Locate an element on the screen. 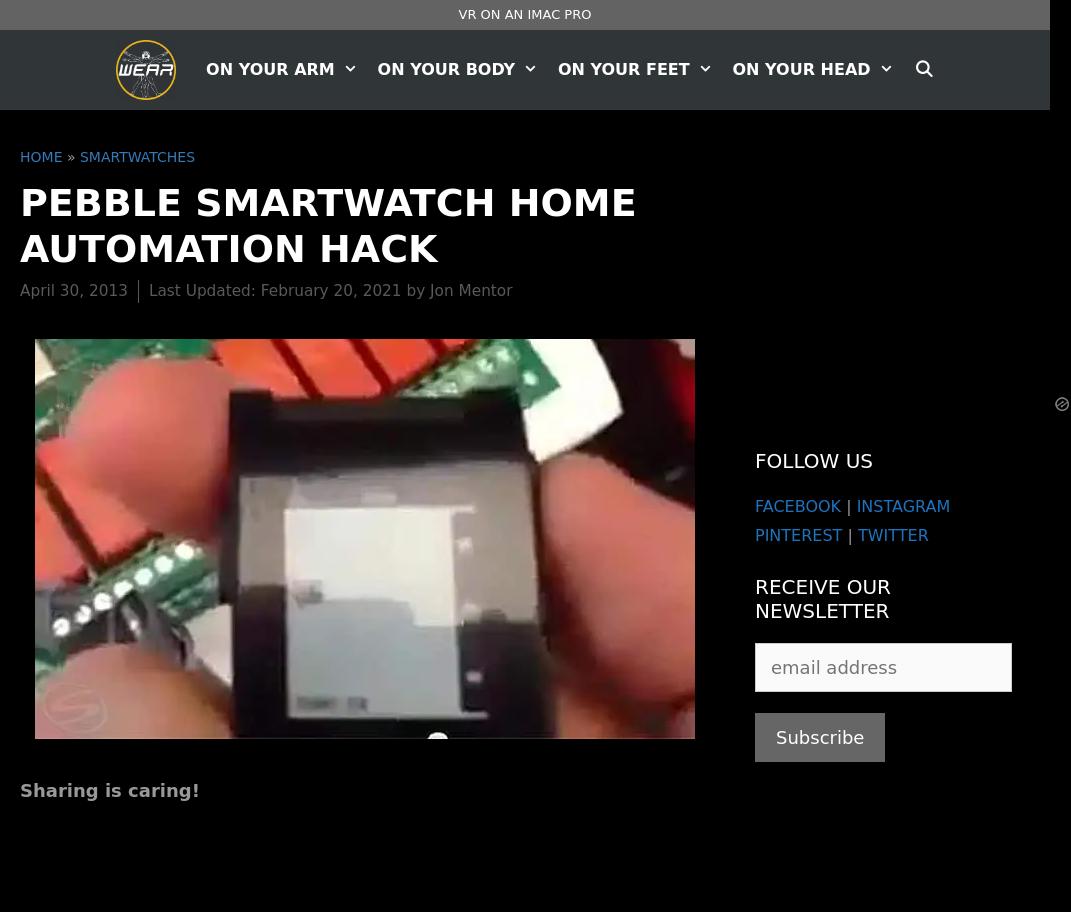 The image size is (1071, 912). 'Receive Our Newsletter' is located at coordinates (821, 596).